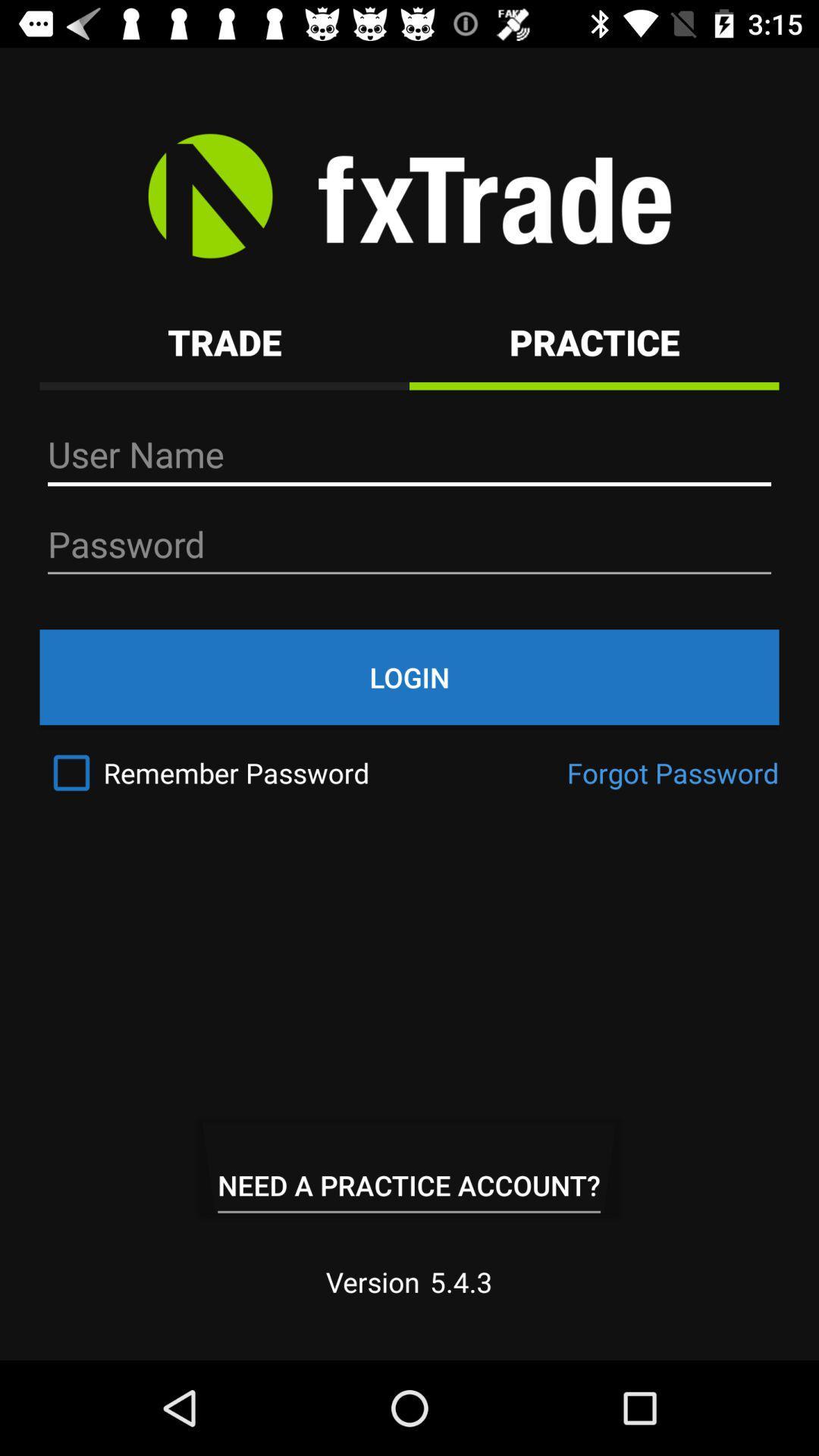 The width and height of the screenshot is (819, 1456). What do you see at coordinates (672, 773) in the screenshot?
I see `the button which is next to the remember password` at bounding box center [672, 773].